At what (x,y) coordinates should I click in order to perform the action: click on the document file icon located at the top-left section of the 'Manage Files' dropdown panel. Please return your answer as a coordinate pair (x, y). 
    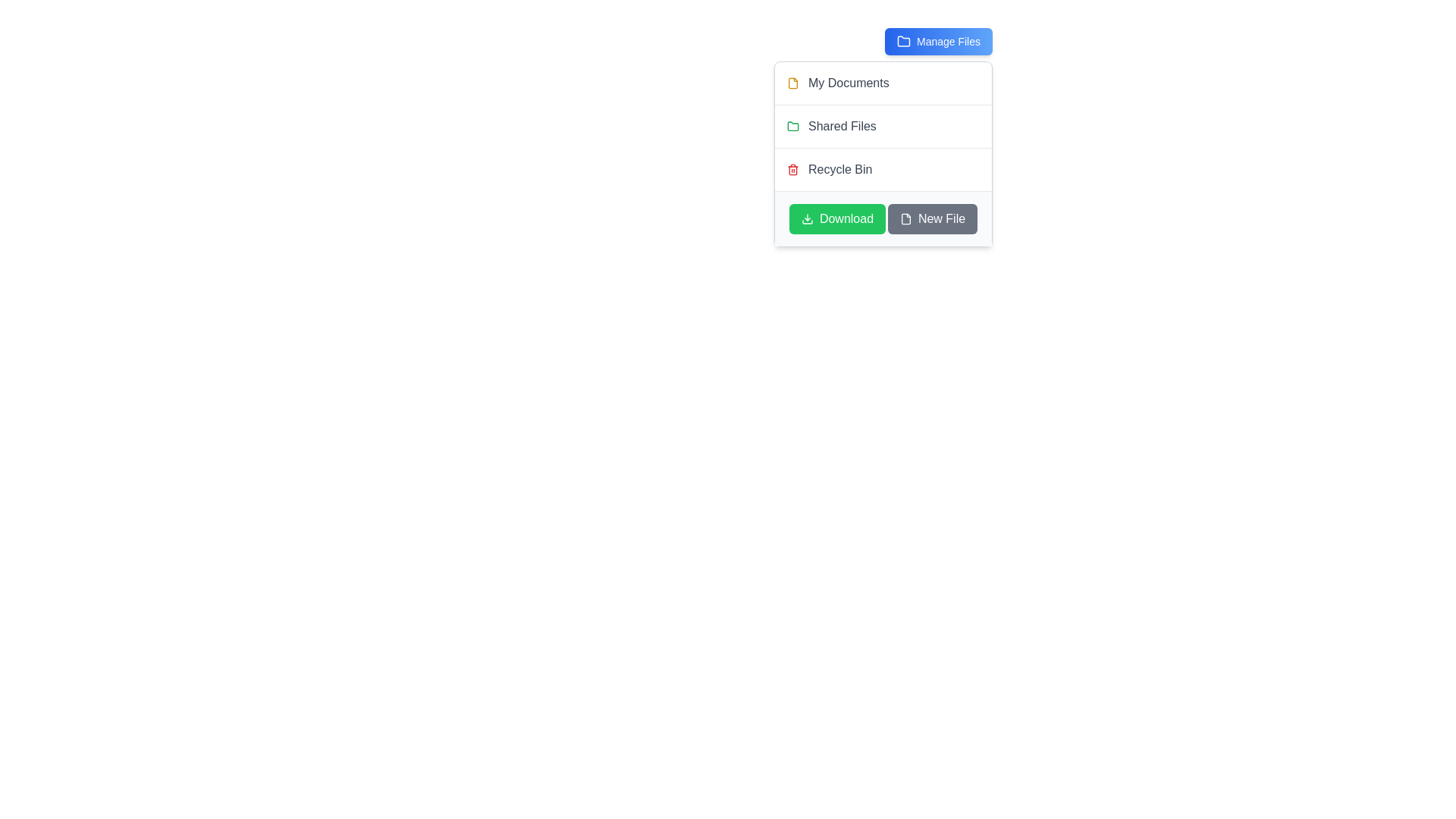
    Looking at the image, I should click on (792, 83).